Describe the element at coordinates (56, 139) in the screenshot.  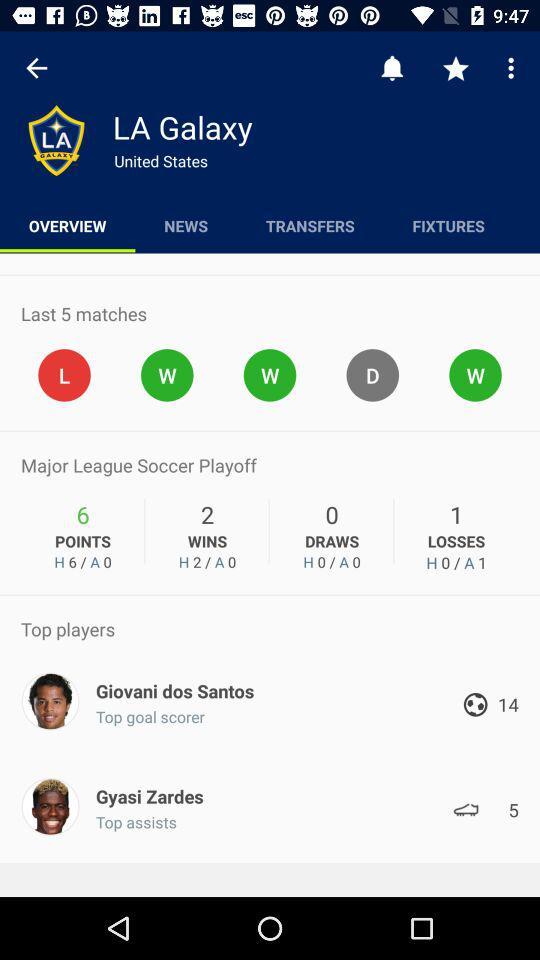
I see `the logo which contains la galaxy` at that location.